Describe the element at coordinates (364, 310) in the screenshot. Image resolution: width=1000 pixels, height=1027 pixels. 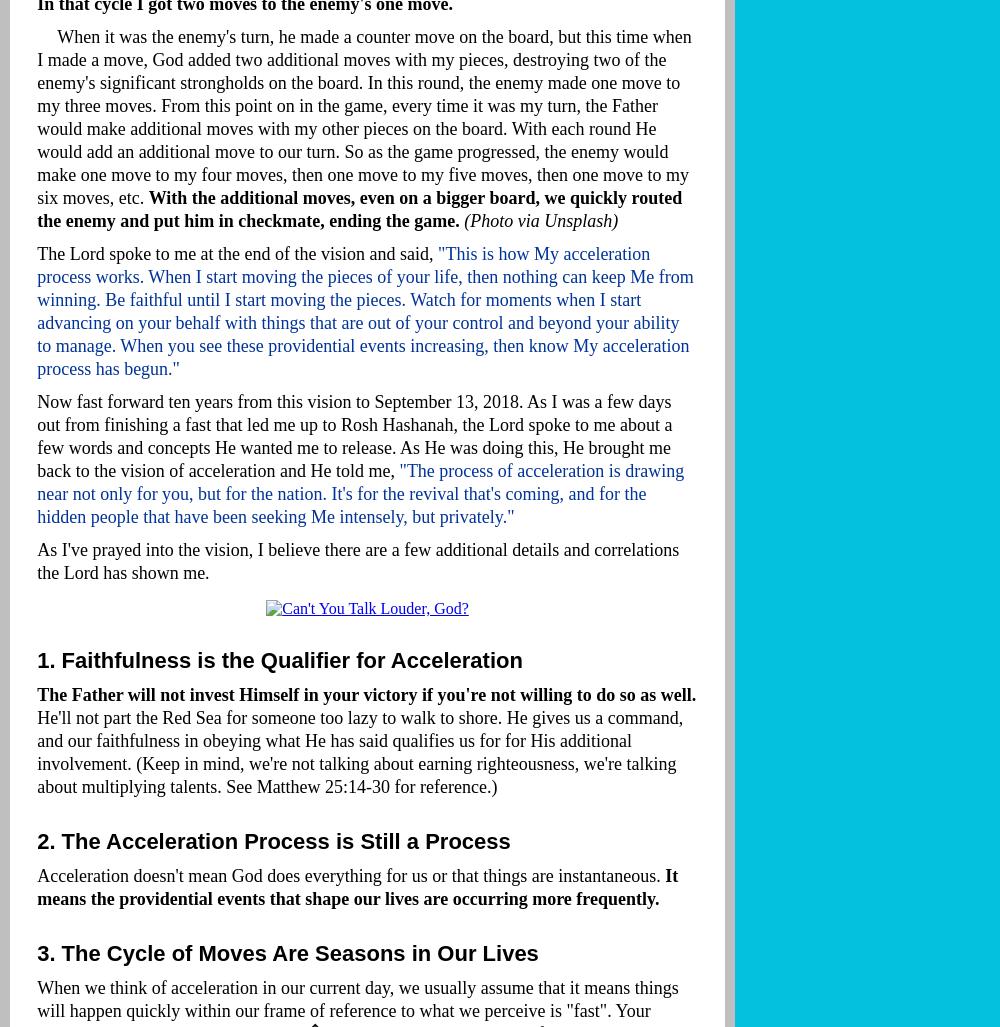
I see `'"This is how My acceleration process works. When I start moving the pieces of your life, then nothing can keep Me from winning. Be faithful until I start moving the pieces. Watch for moments when I start advancing on your behalf with things that are out of your control and beyond your ability to manage.  When you see these providential events increasing, then know My acceleration process has begun."'` at that location.